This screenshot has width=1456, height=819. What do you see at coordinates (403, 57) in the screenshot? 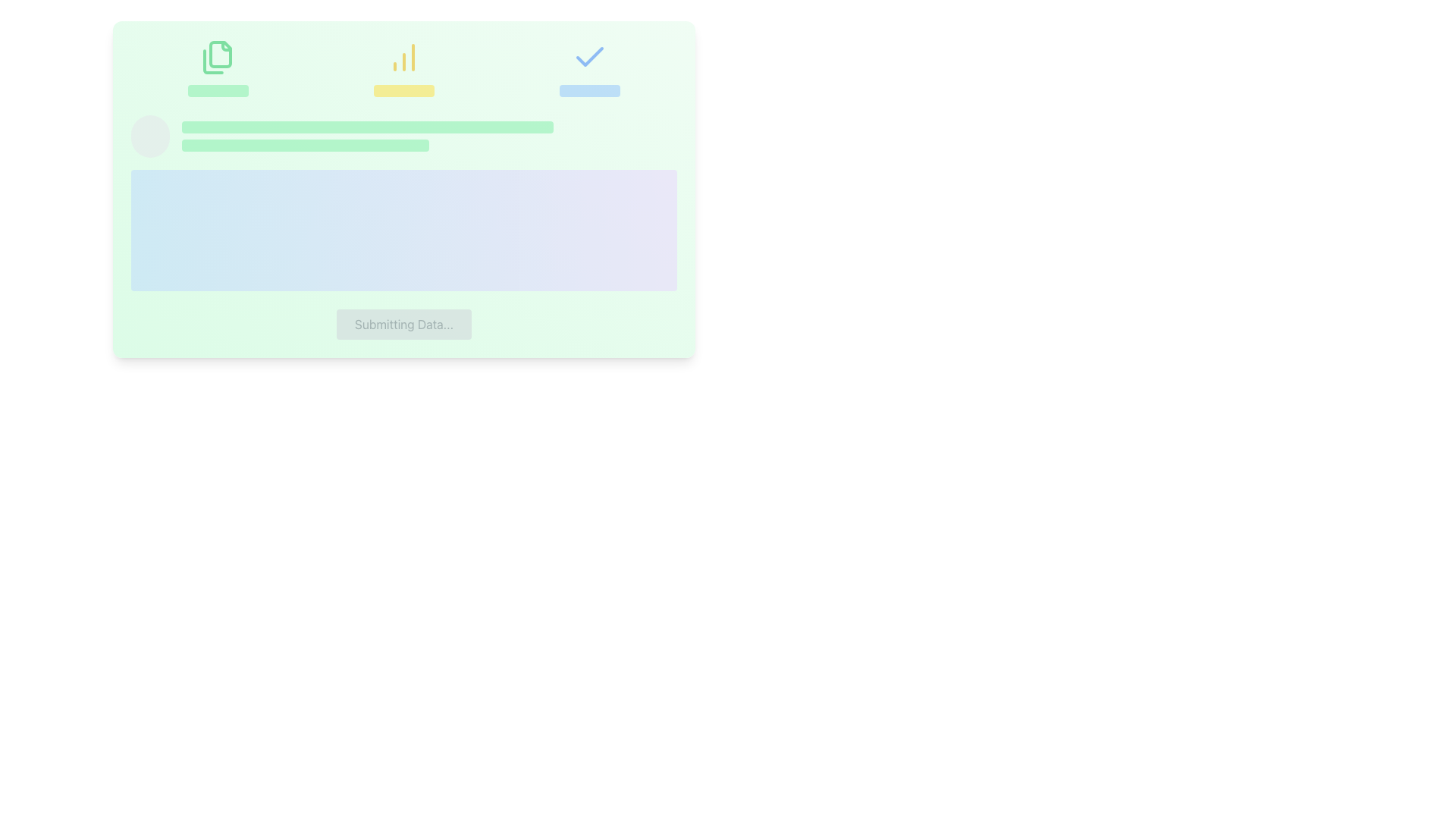
I see `the yellow chart icon, which consists of three ascending vertical bars, located in the center of the interface` at bounding box center [403, 57].